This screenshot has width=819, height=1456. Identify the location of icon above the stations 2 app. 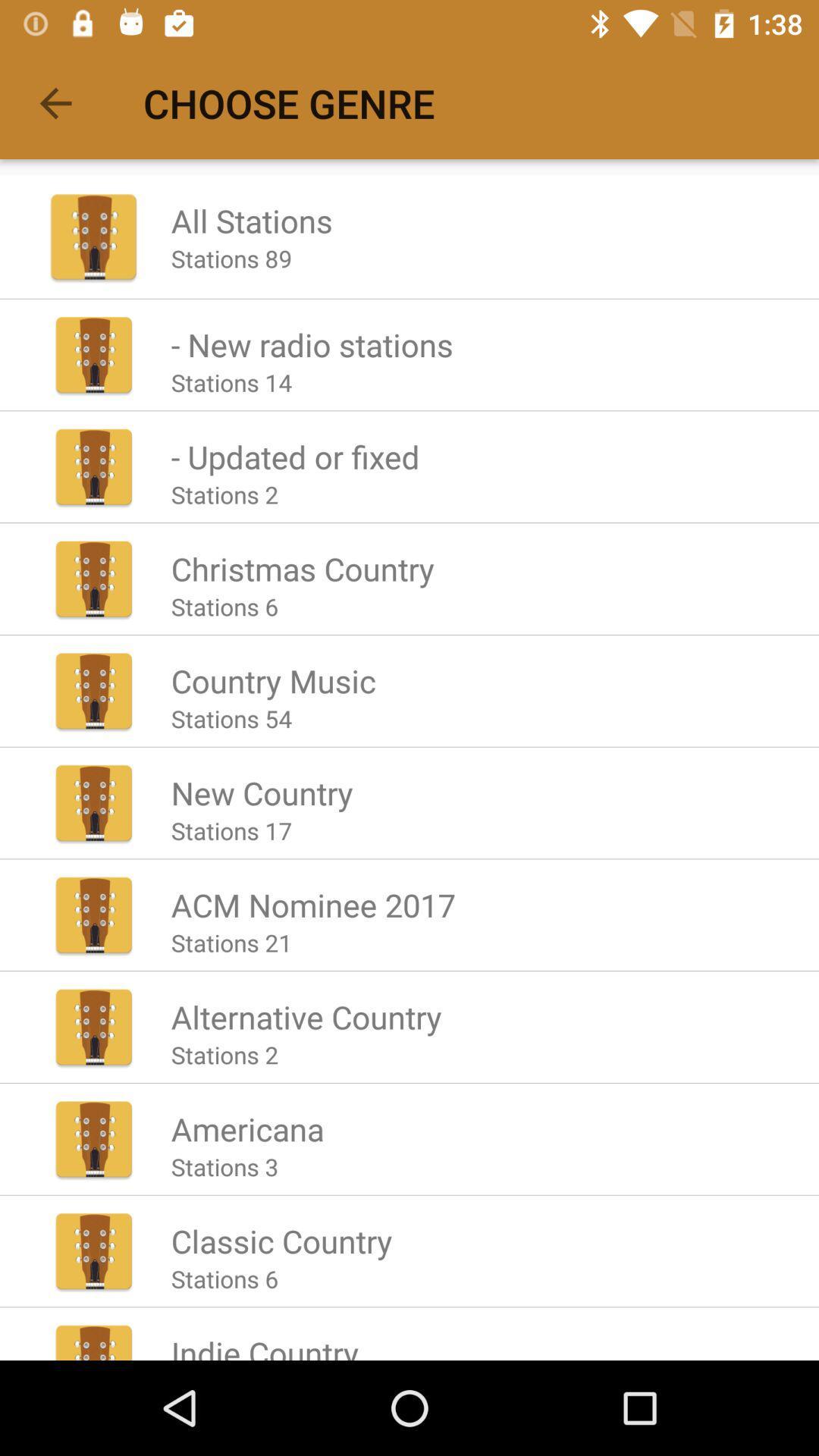
(306, 1016).